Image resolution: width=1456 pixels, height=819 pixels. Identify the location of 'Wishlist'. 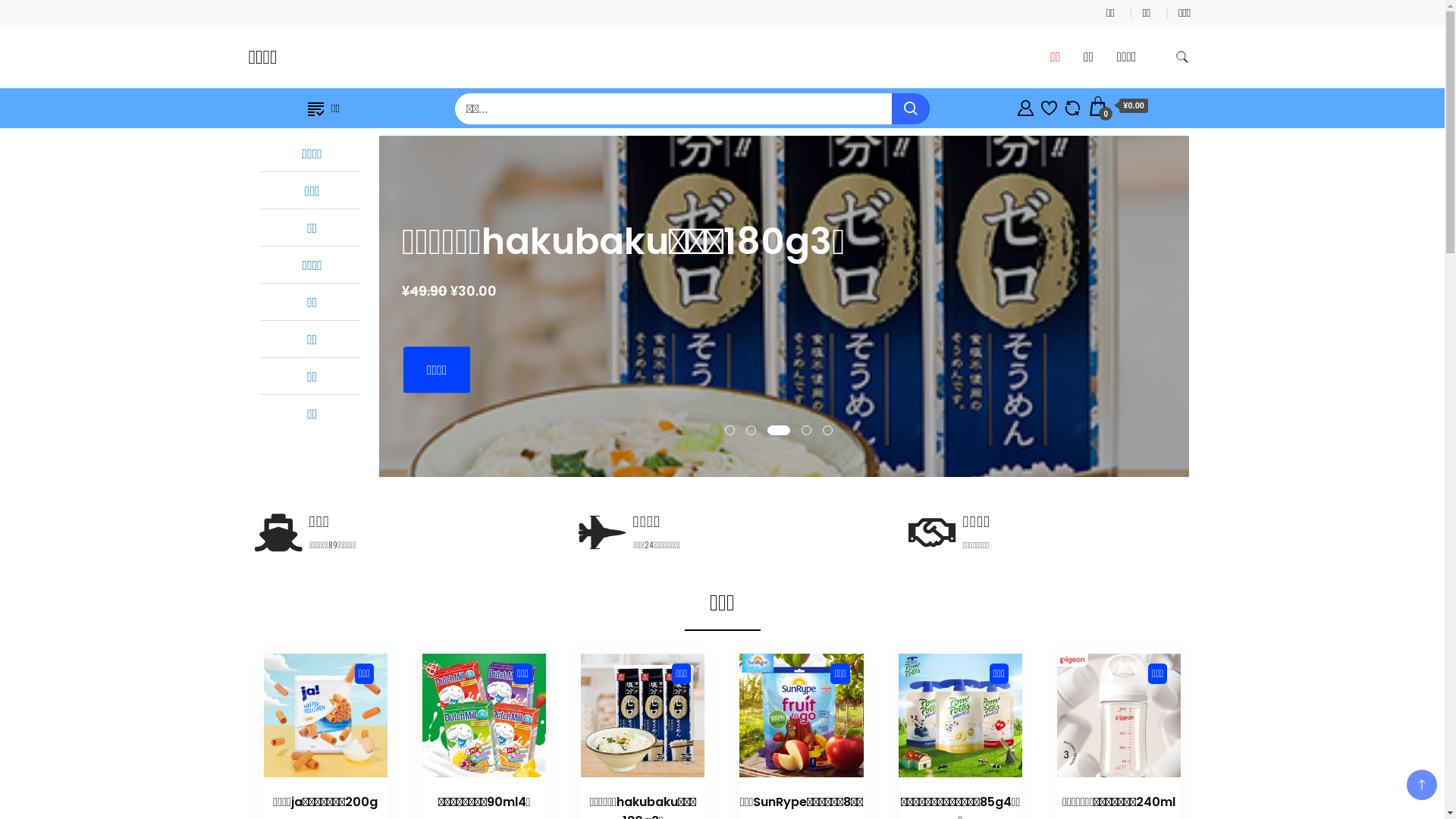
(1048, 105).